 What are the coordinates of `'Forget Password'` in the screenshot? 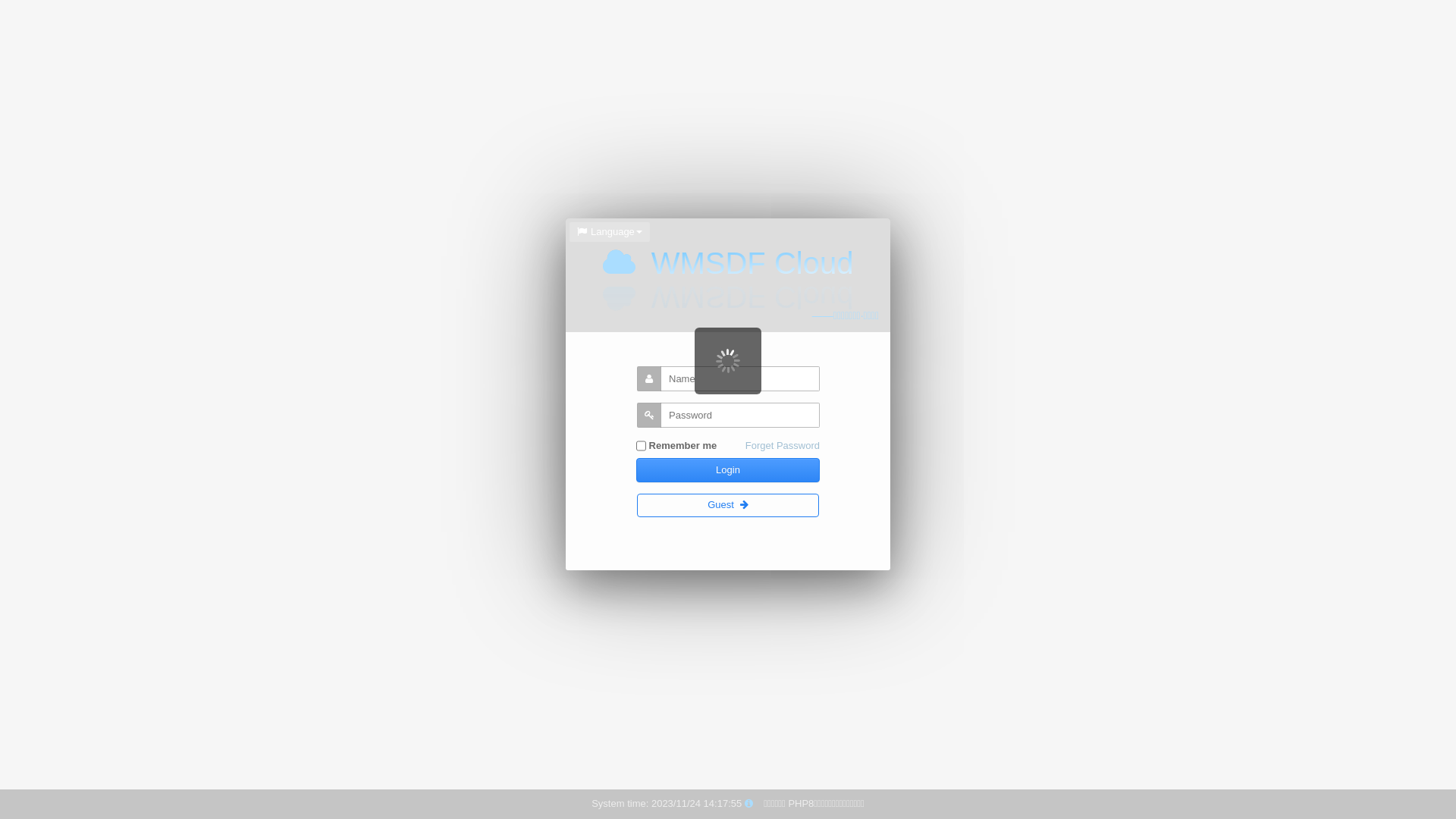 It's located at (783, 445).